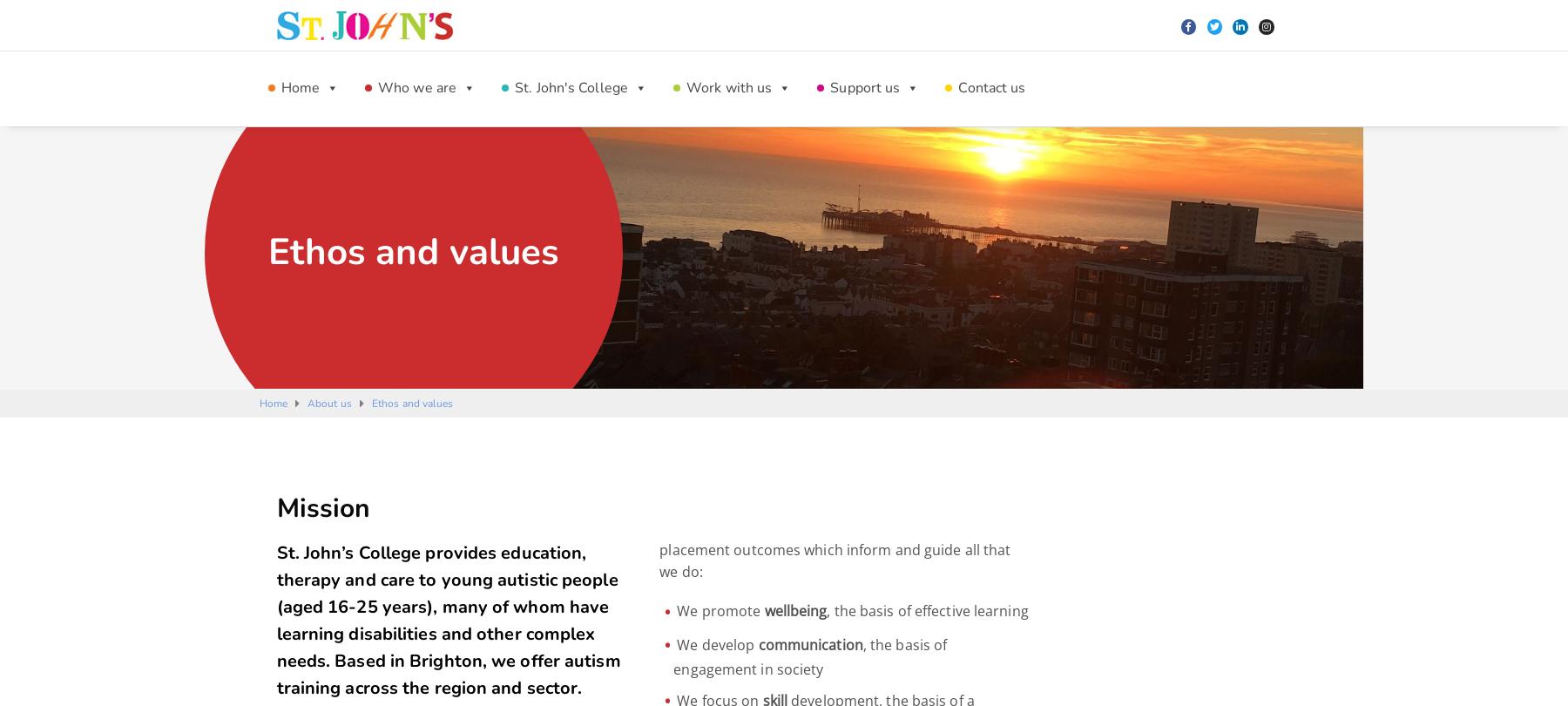  Describe the element at coordinates (681, 144) in the screenshot. I see `'Careers and staff development'` at that location.